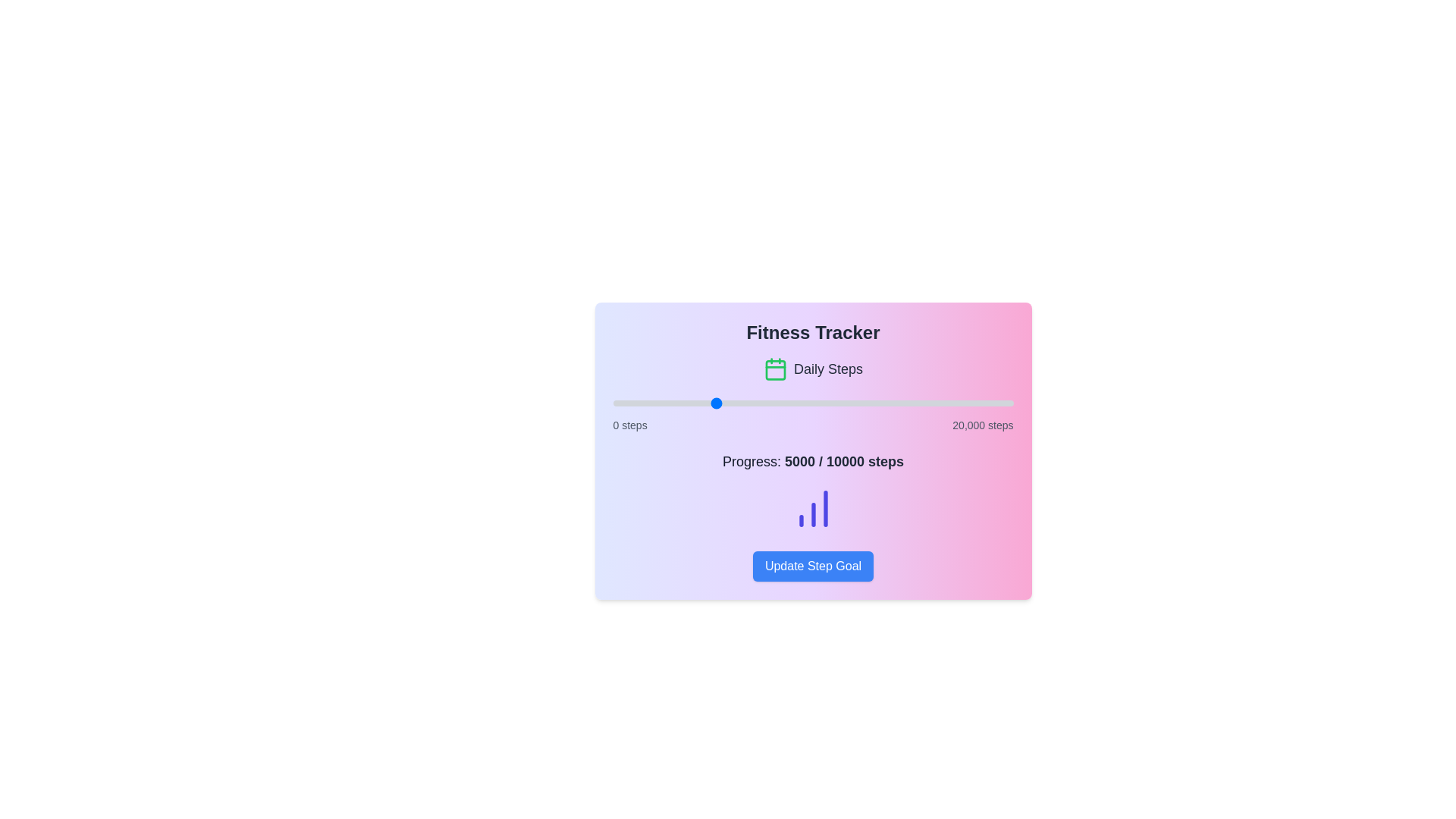  I want to click on the step progress slider to set the step count to 10387, so click(820, 403).